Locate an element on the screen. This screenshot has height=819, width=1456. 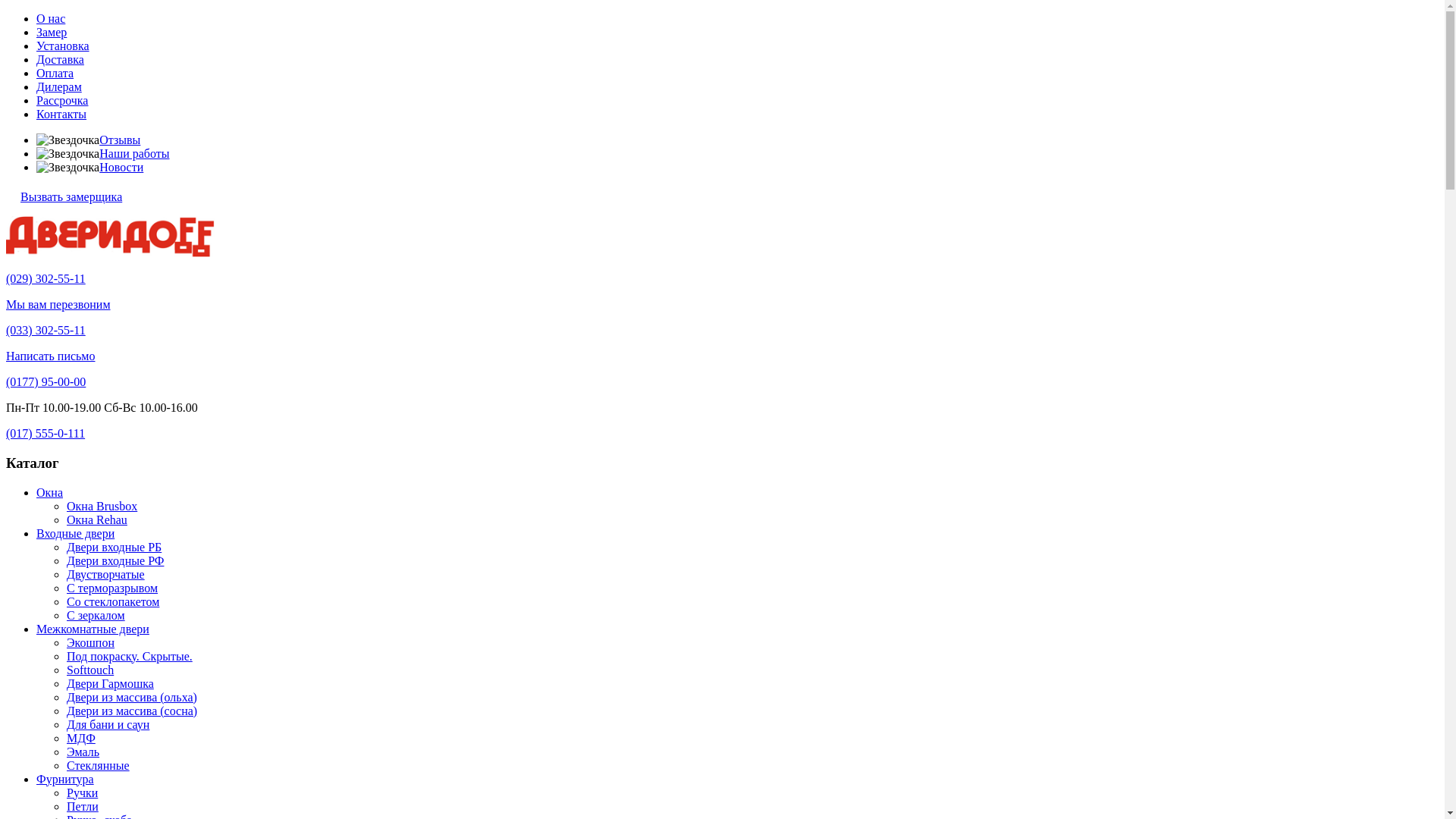
'(017) 555-0-111' is located at coordinates (6, 433).